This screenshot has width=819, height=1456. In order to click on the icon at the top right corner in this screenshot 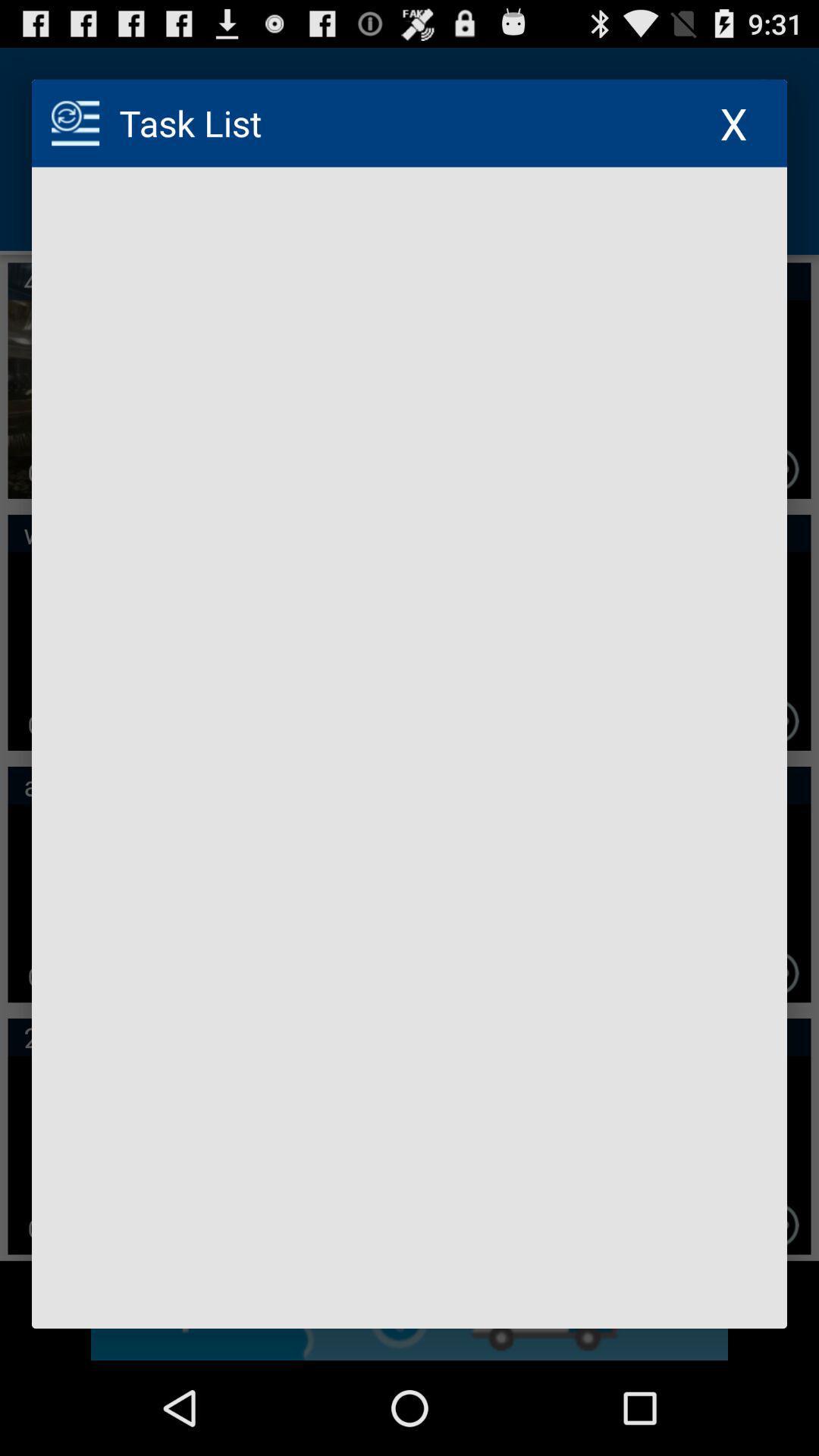, I will do `click(733, 123)`.